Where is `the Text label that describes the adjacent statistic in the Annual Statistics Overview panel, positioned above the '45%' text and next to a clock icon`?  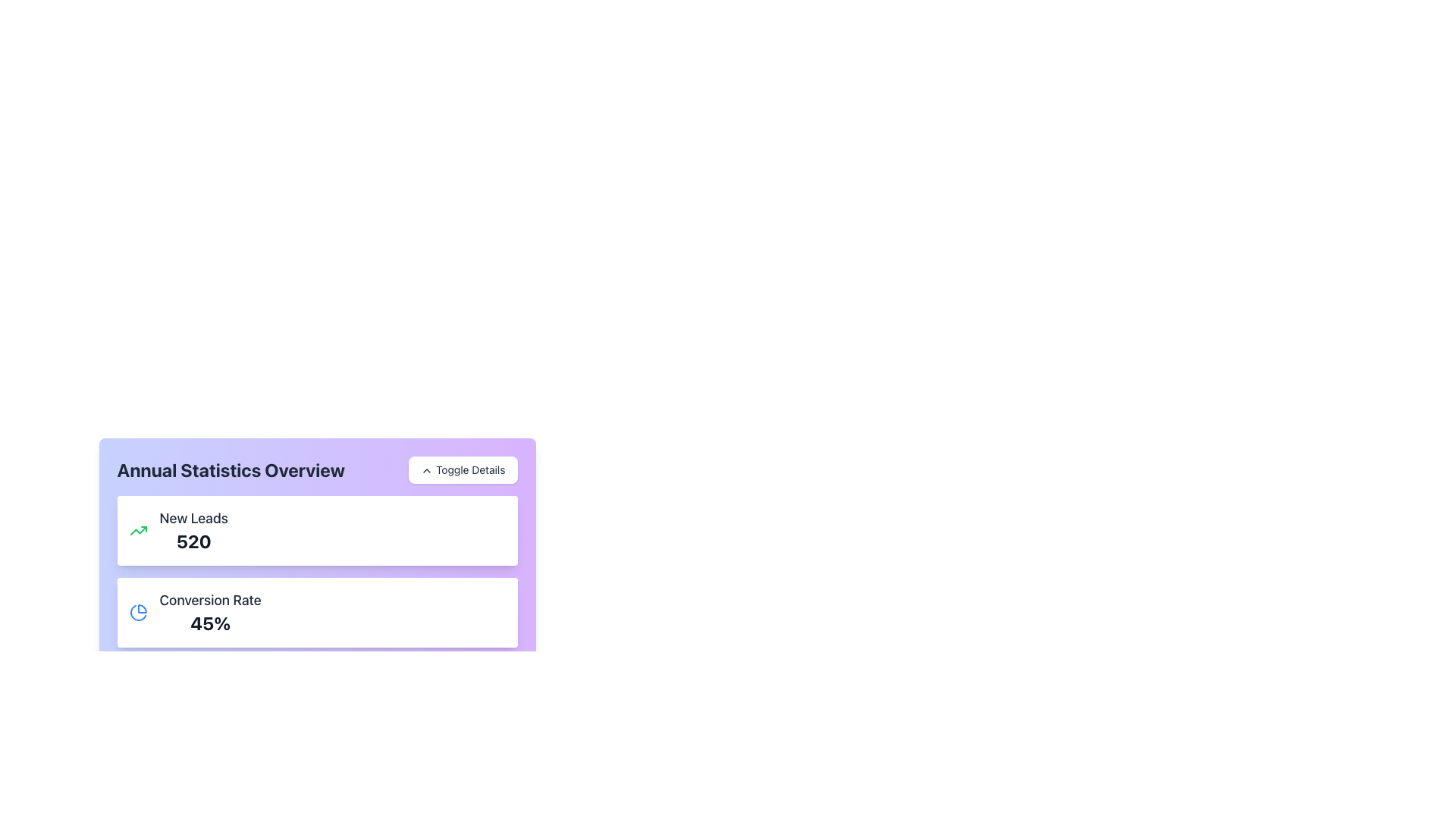
the Text label that describes the adjacent statistic in the Annual Statistics Overview panel, positioned above the '45%' text and next to a clock icon is located at coordinates (209, 599).